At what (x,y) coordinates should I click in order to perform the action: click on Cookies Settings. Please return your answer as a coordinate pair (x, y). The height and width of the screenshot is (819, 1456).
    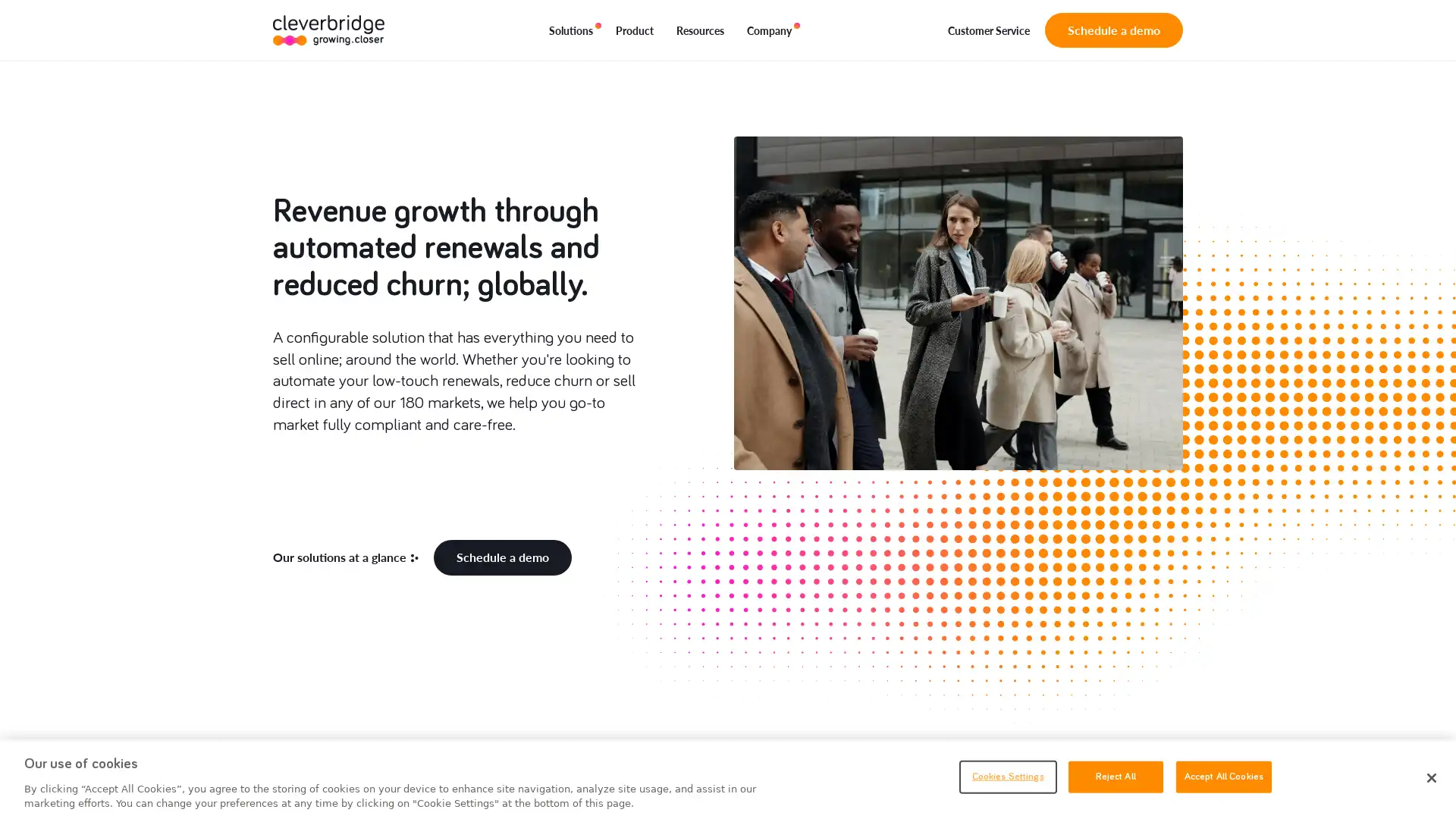
    Looking at the image, I should click on (1007, 776).